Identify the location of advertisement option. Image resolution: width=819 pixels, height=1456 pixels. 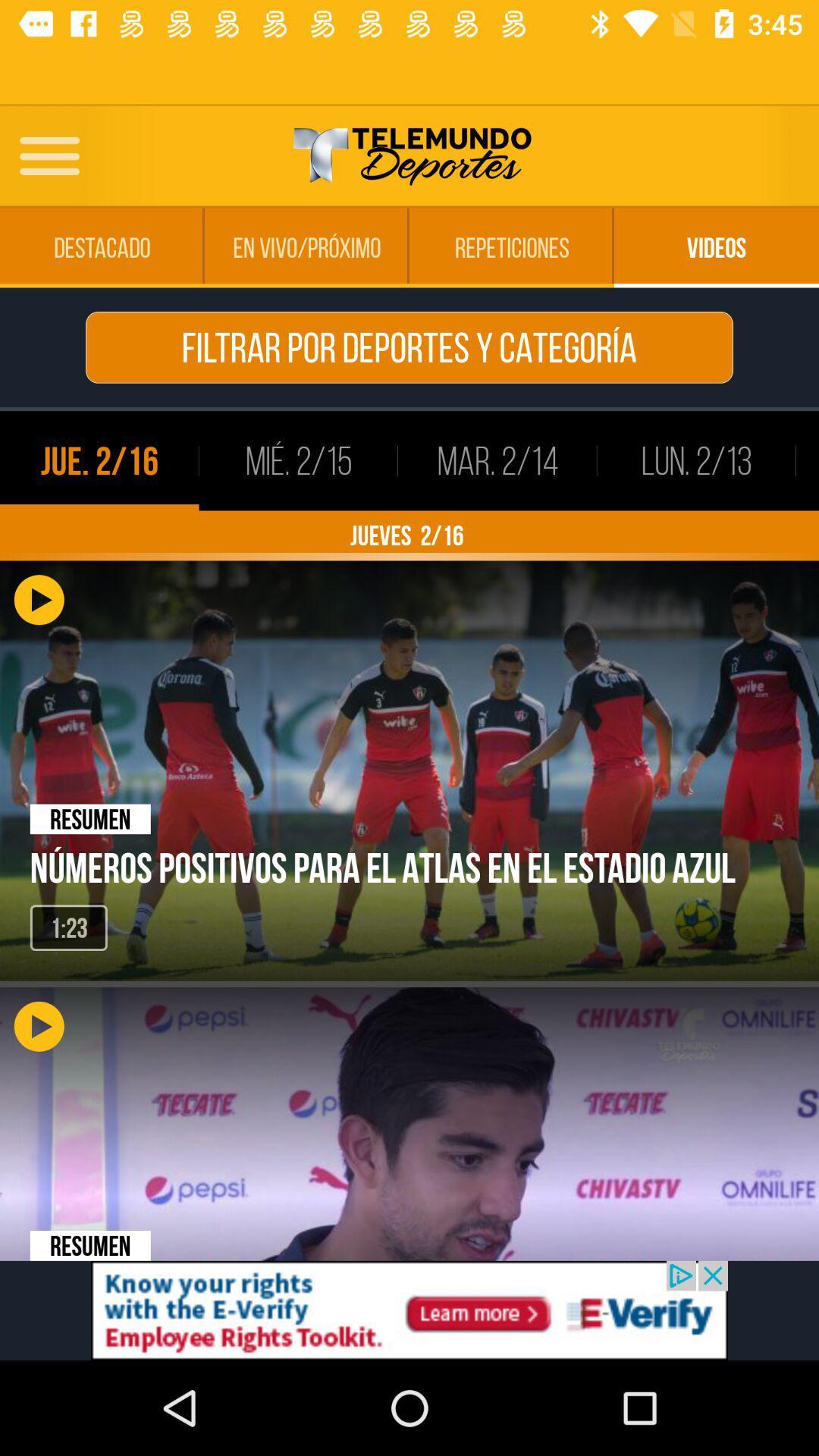
(409, 1310).